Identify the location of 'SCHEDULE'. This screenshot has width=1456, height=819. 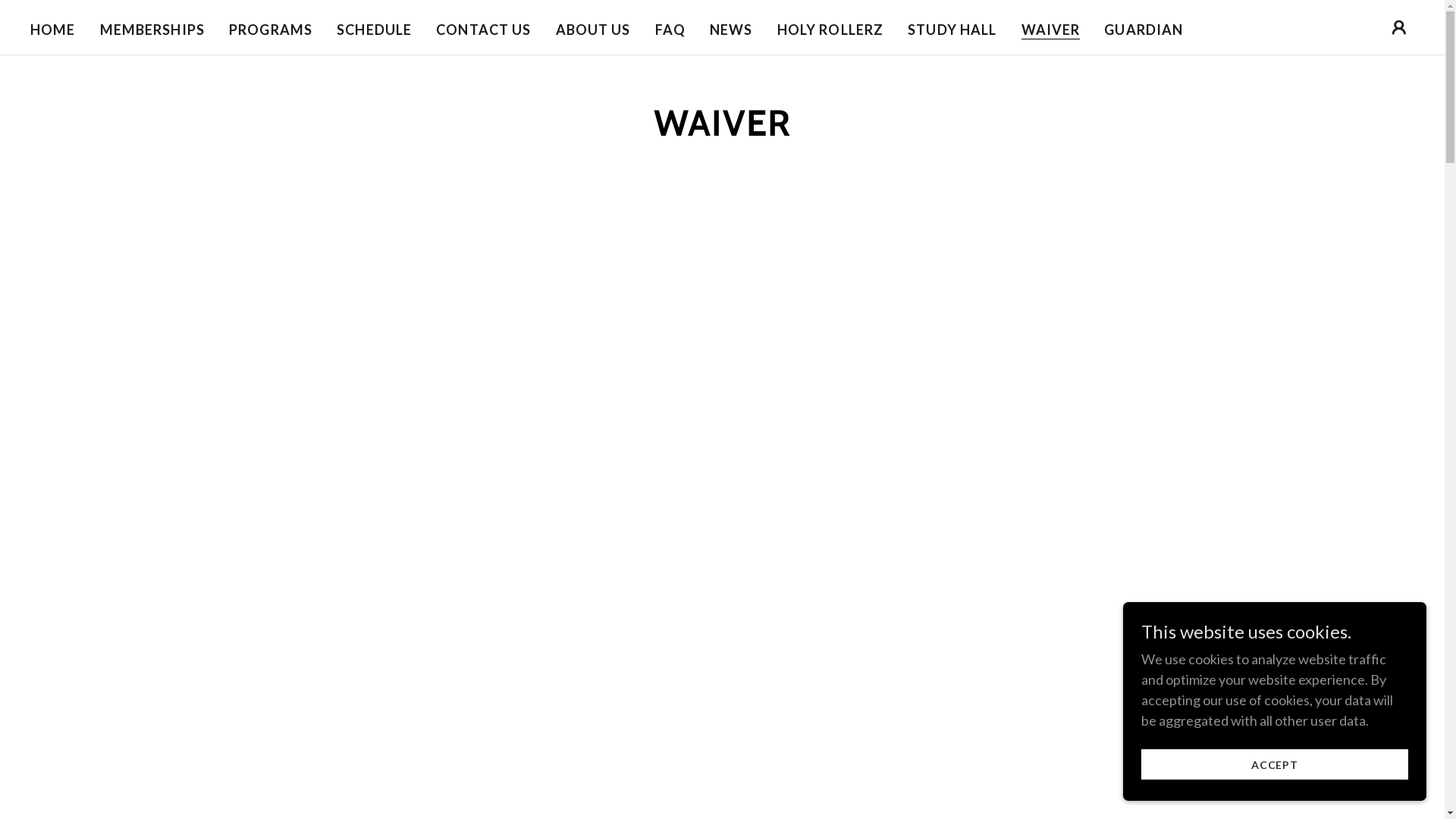
(374, 29).